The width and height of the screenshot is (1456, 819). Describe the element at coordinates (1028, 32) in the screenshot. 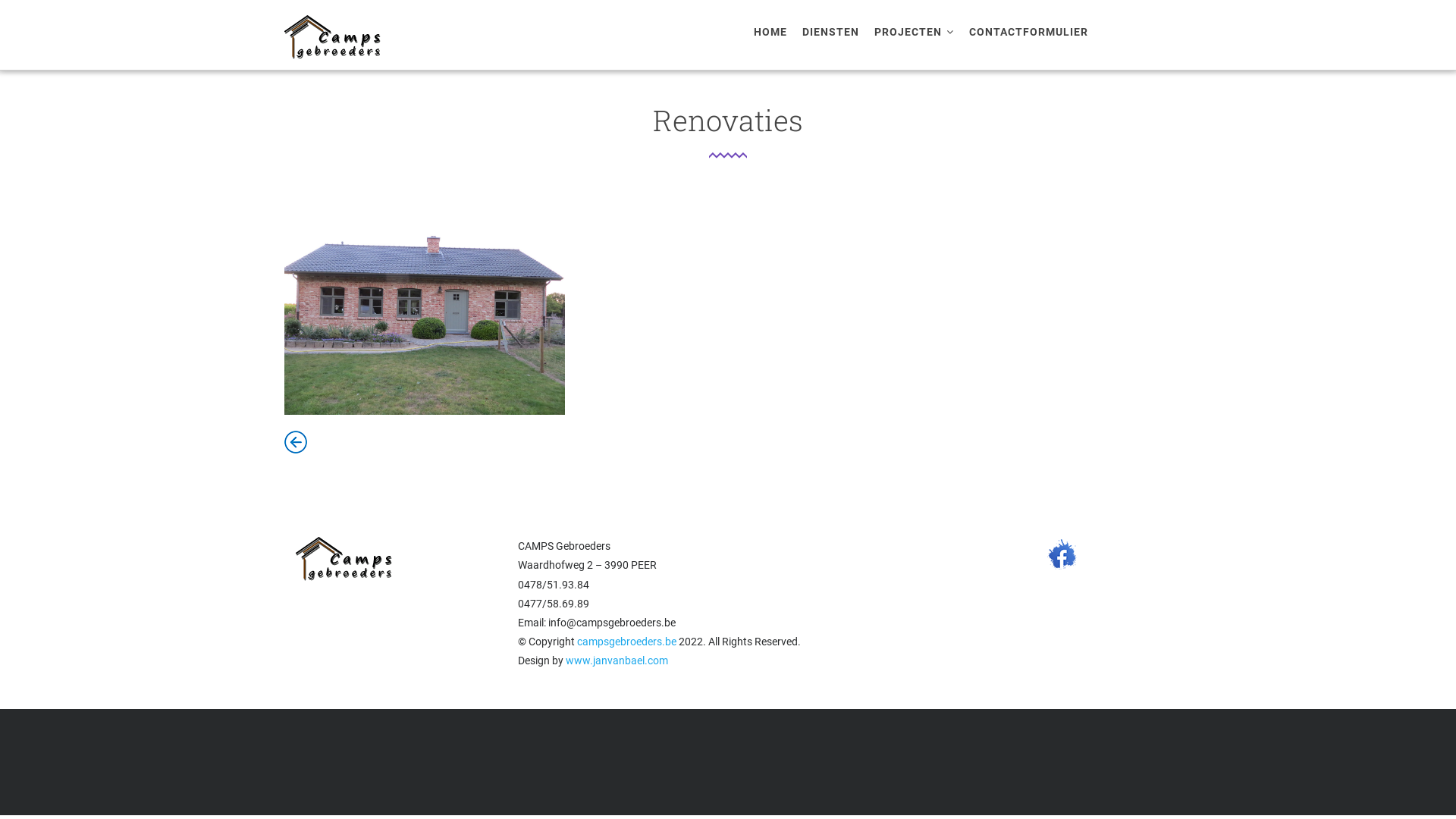

I see `'CONTACTFORMULIER'` at that location.